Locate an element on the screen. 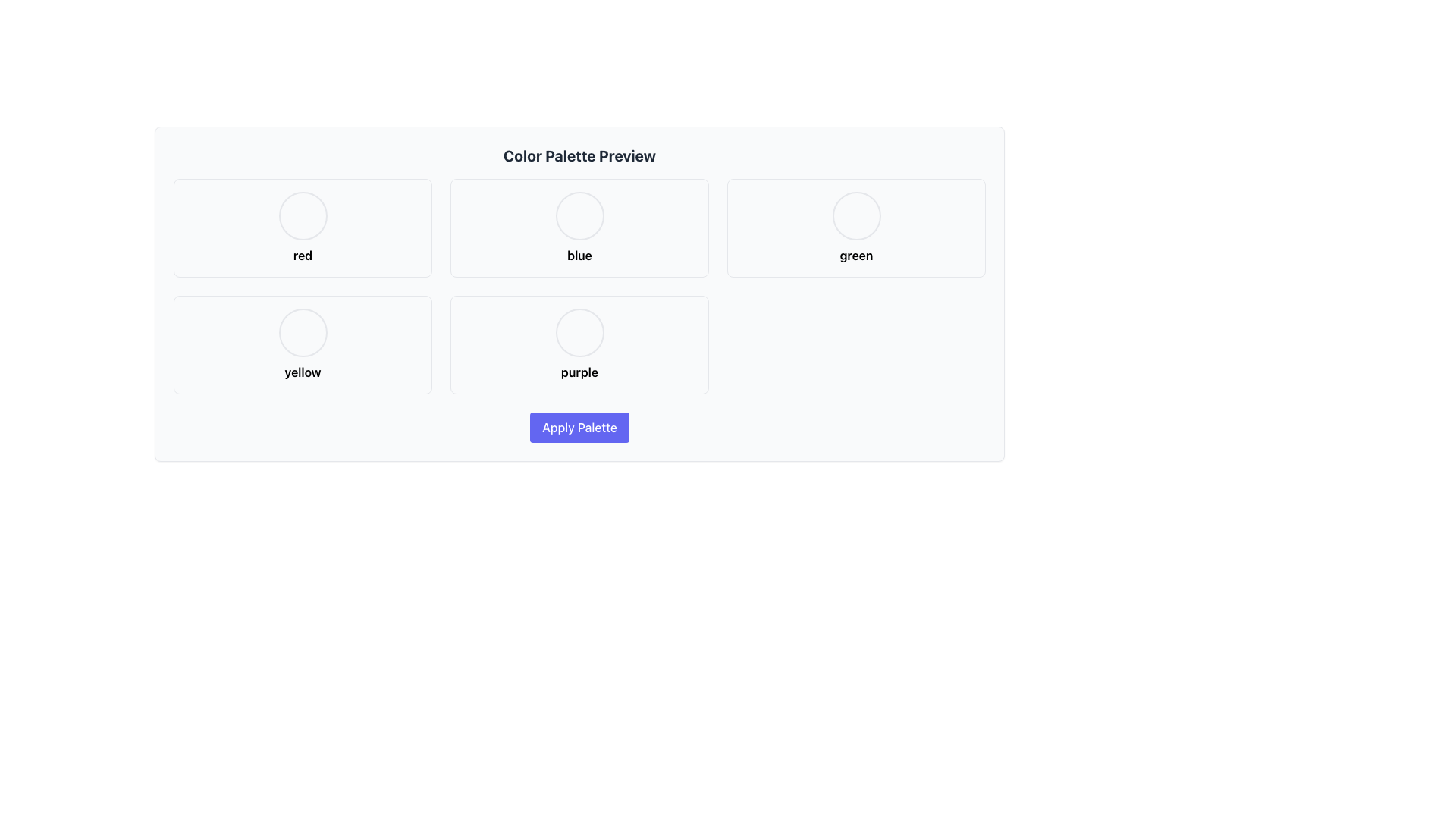  the yellow circular color selector in the Color Palette Preview section is located at coordinates (303, 332).